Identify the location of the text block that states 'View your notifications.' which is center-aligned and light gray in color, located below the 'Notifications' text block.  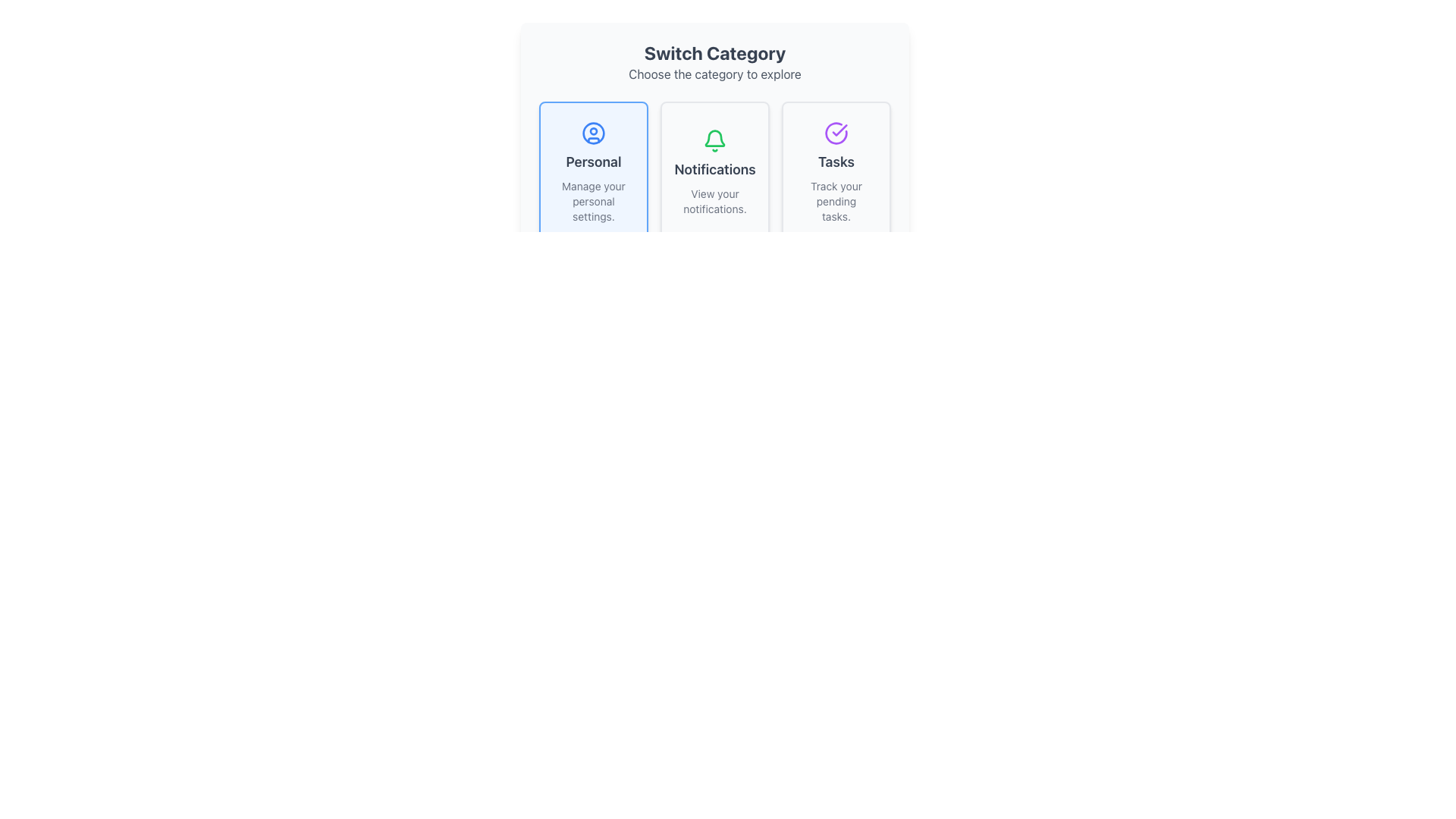
(714, 201).